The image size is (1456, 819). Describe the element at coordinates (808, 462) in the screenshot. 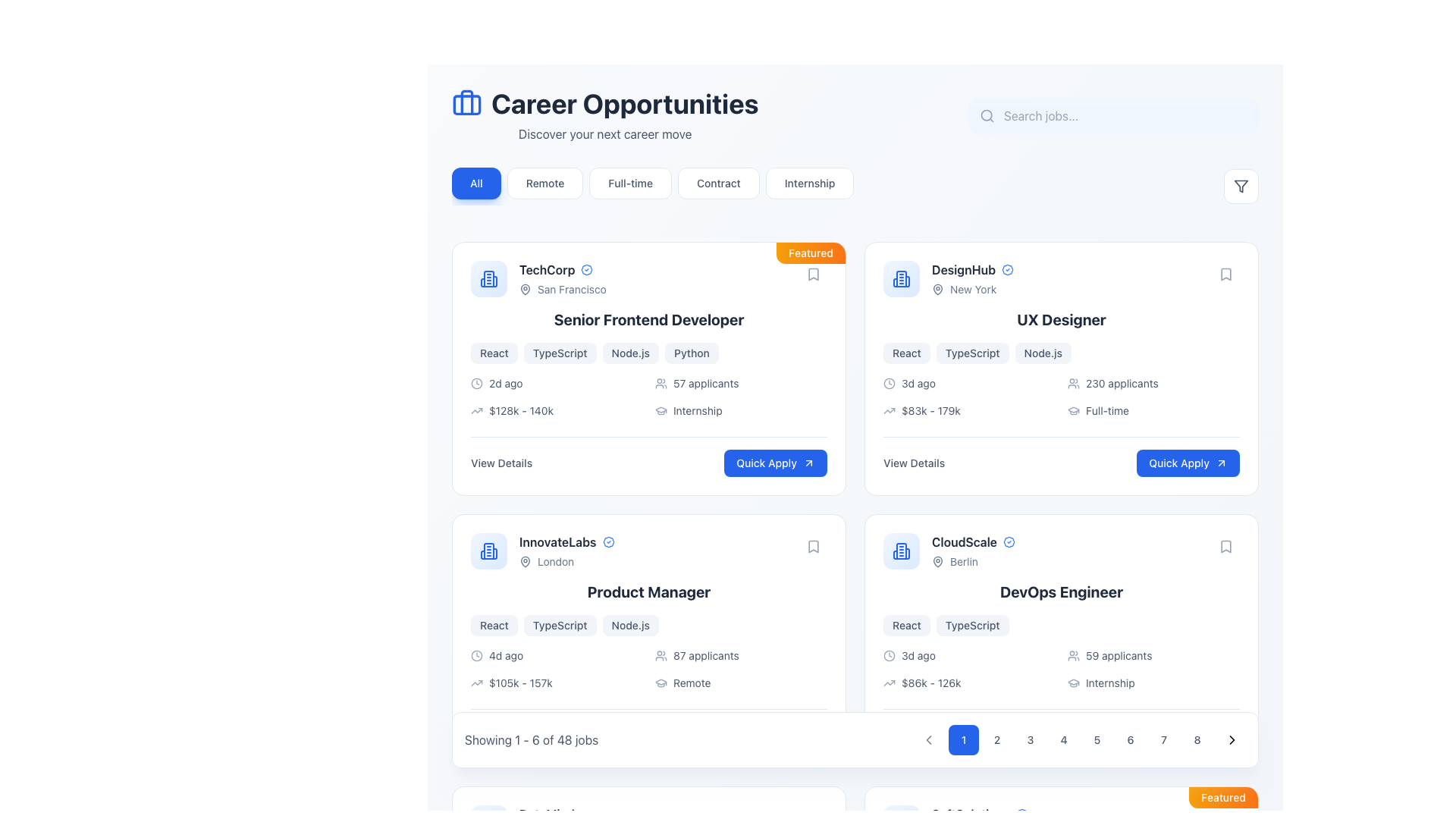

I see `the icon located on the right side of the 'Quick Apply' button in the job card for 'Senior Frontend Developer'` at that location.